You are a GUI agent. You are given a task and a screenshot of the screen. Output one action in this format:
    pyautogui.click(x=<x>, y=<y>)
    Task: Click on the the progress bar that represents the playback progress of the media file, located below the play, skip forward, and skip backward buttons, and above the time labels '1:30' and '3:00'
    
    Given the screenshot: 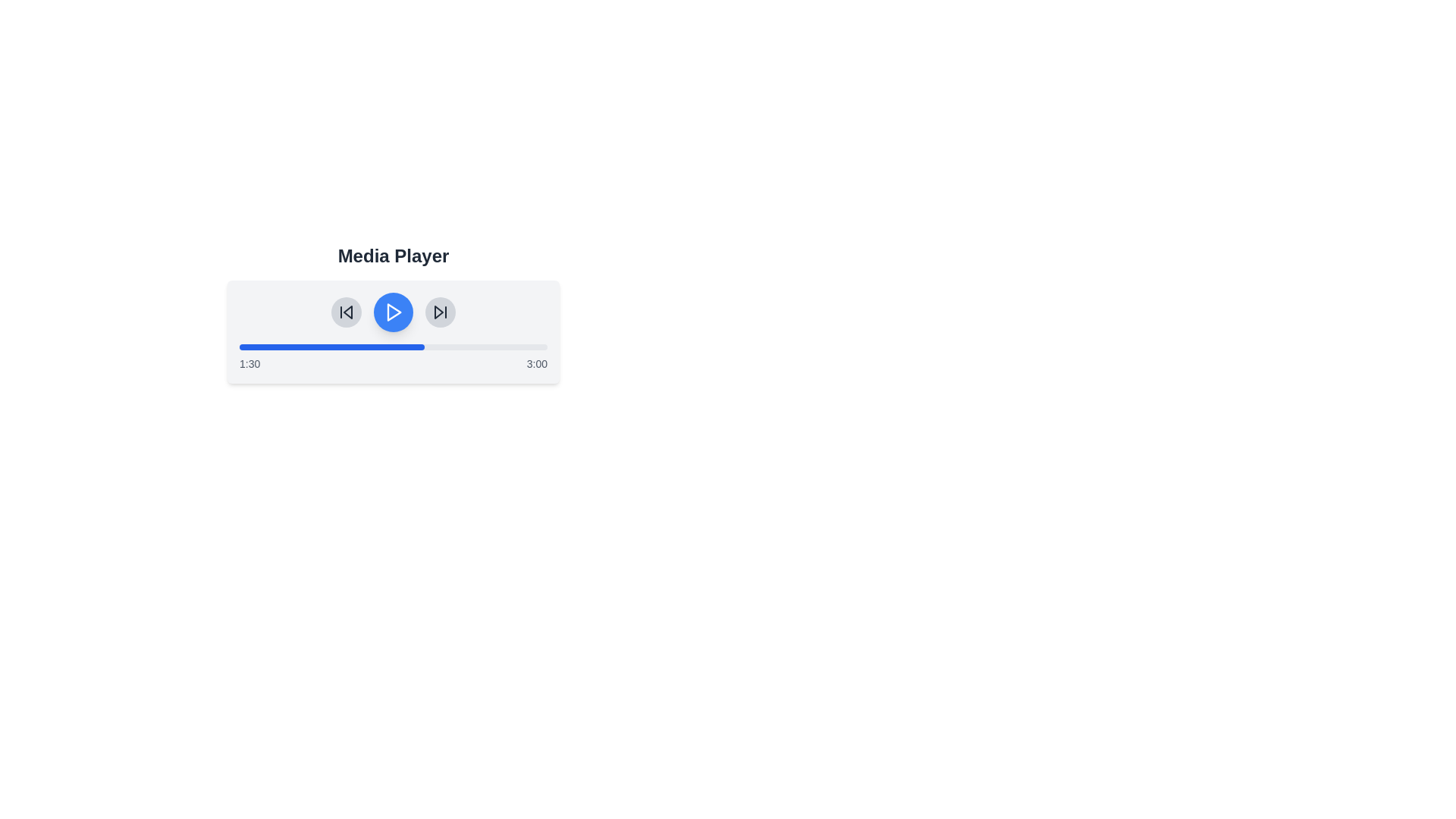 What is the action you would take?
    pyautogui.click(x=393, y=347)
    